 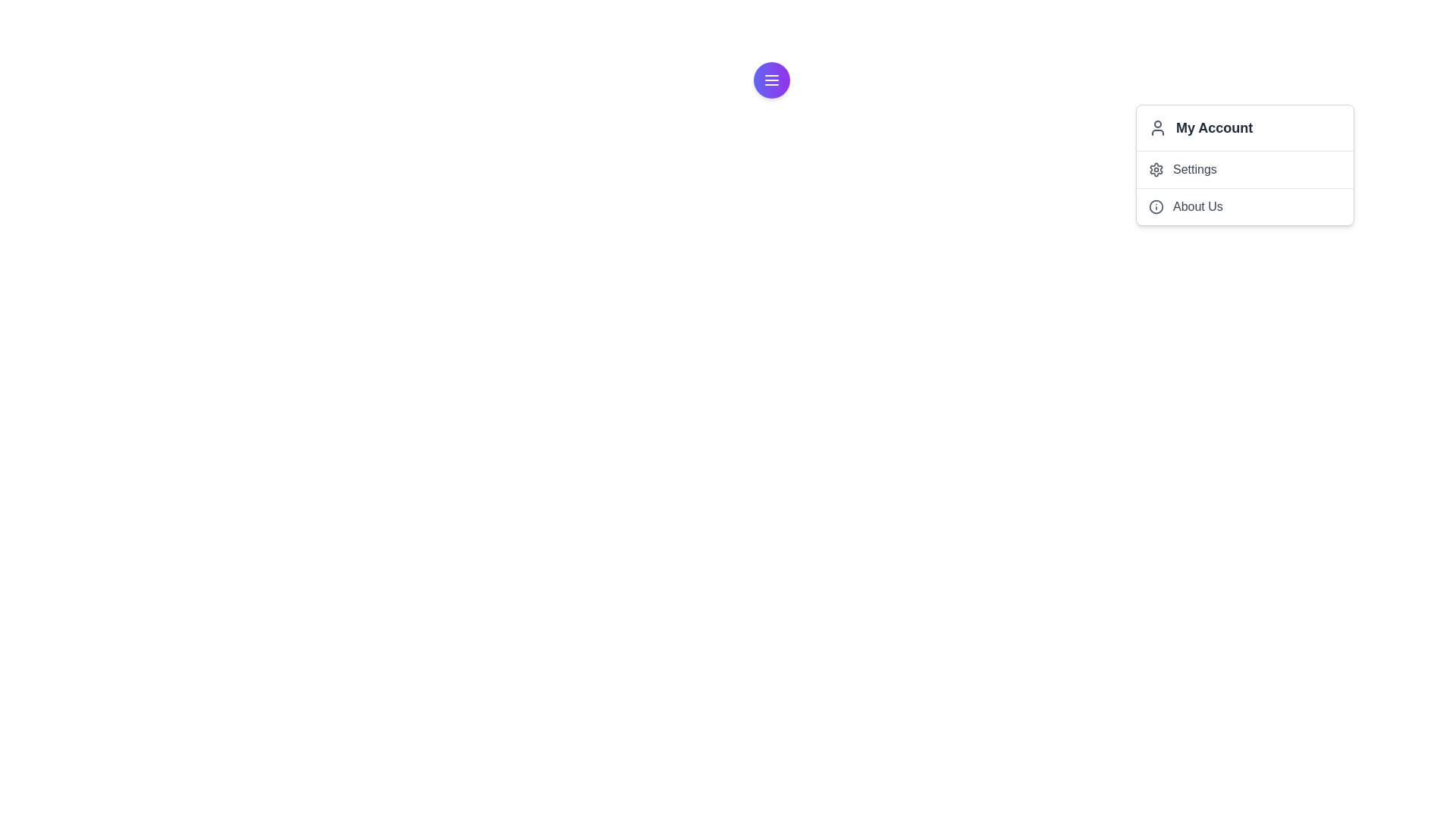 I want to click on the 'Settings' icon located in the dropdown menu under 'My Account', positioned to the left of the text 'Settings', so click(x=1156, y=169).